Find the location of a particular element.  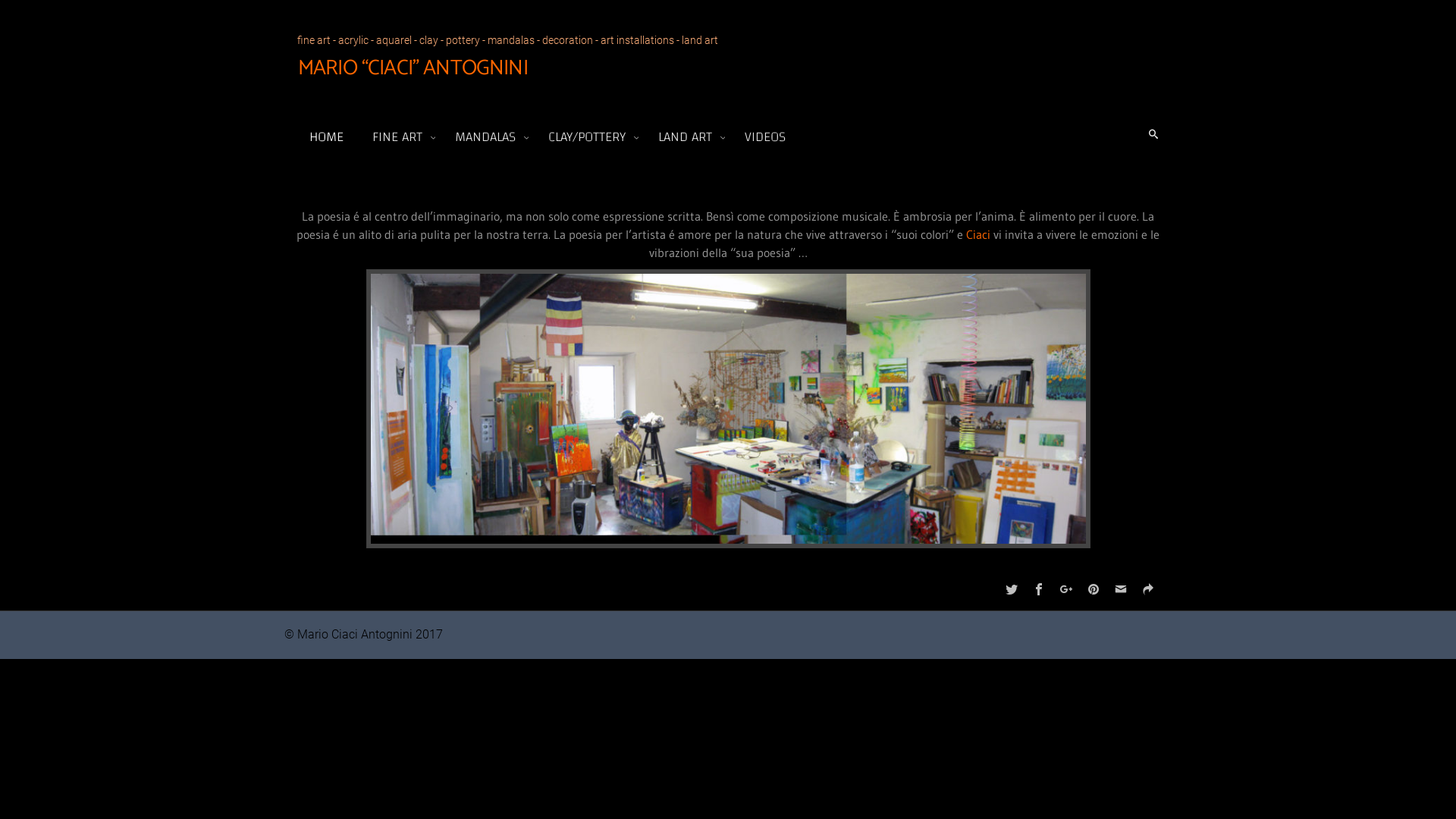

'FINE ART' is located at coordinates (400, 136).